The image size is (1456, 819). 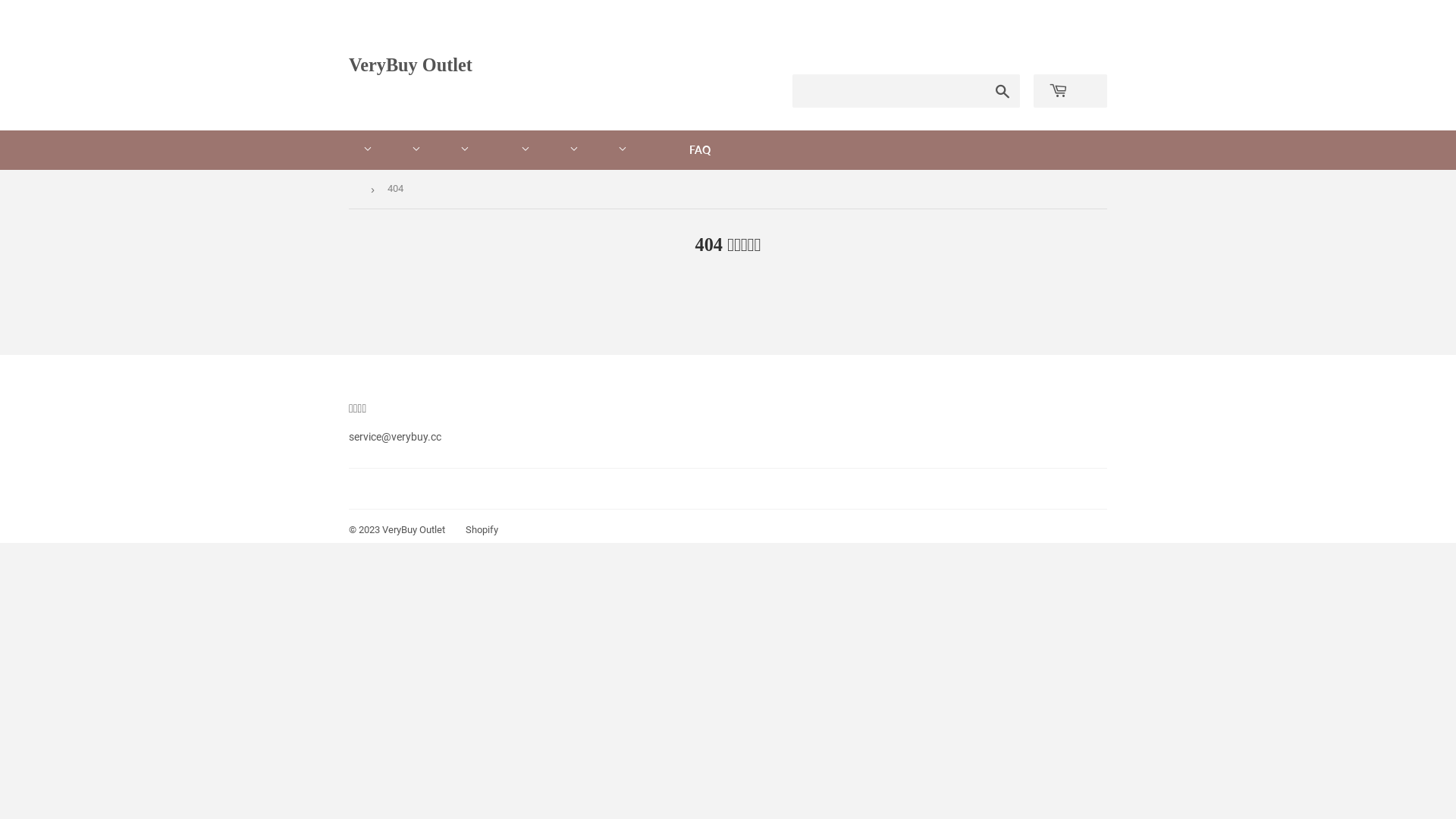 What do you see at coordinates (395, 436) in the screenshot?
I see `'service@verybuy.cc'` at bounding box center [395, 436].